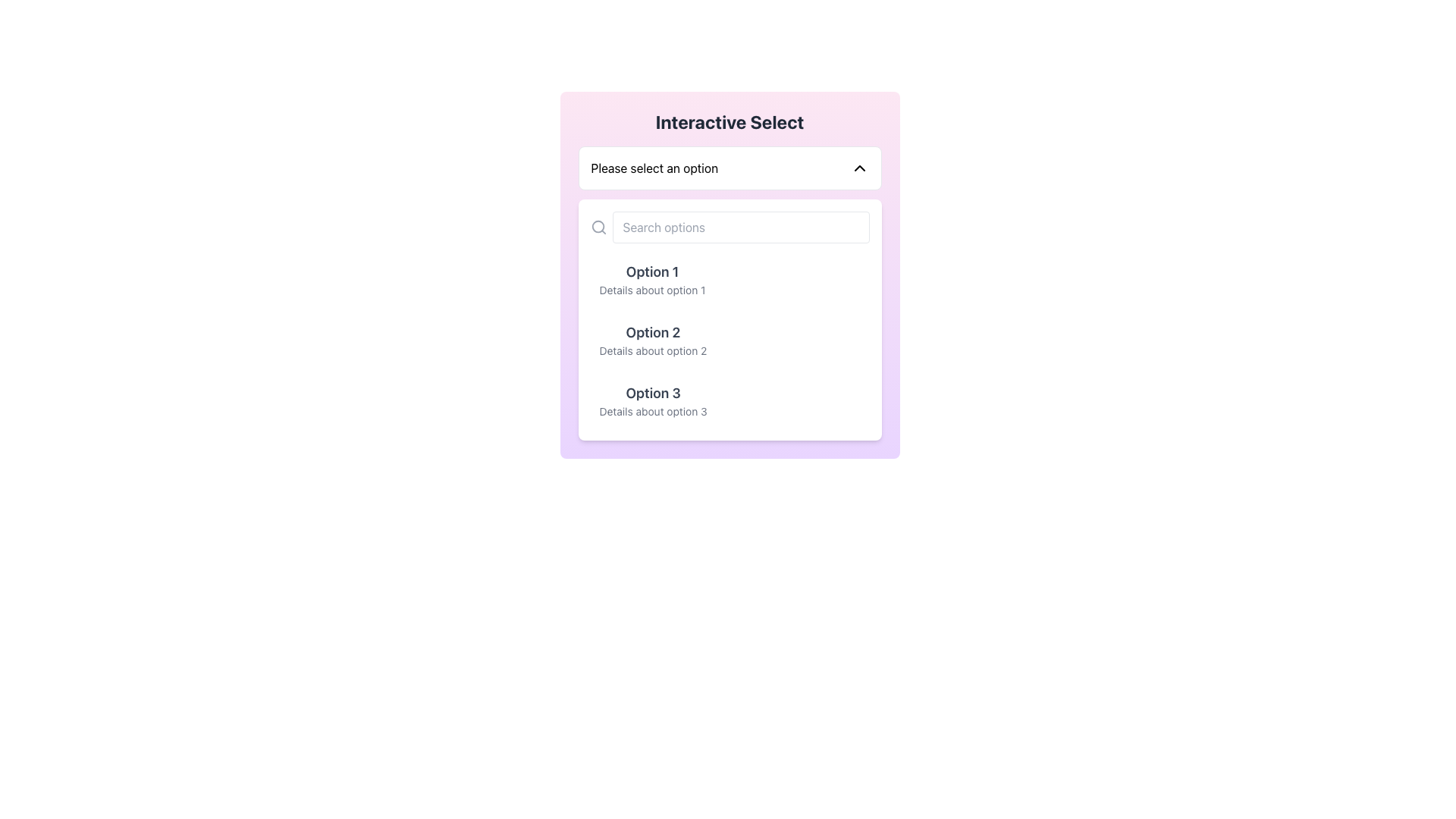 Image resolution: width=1456 pixels, height=819 pixels. I want to click on the second selectable option in the list, so click(730, 339).